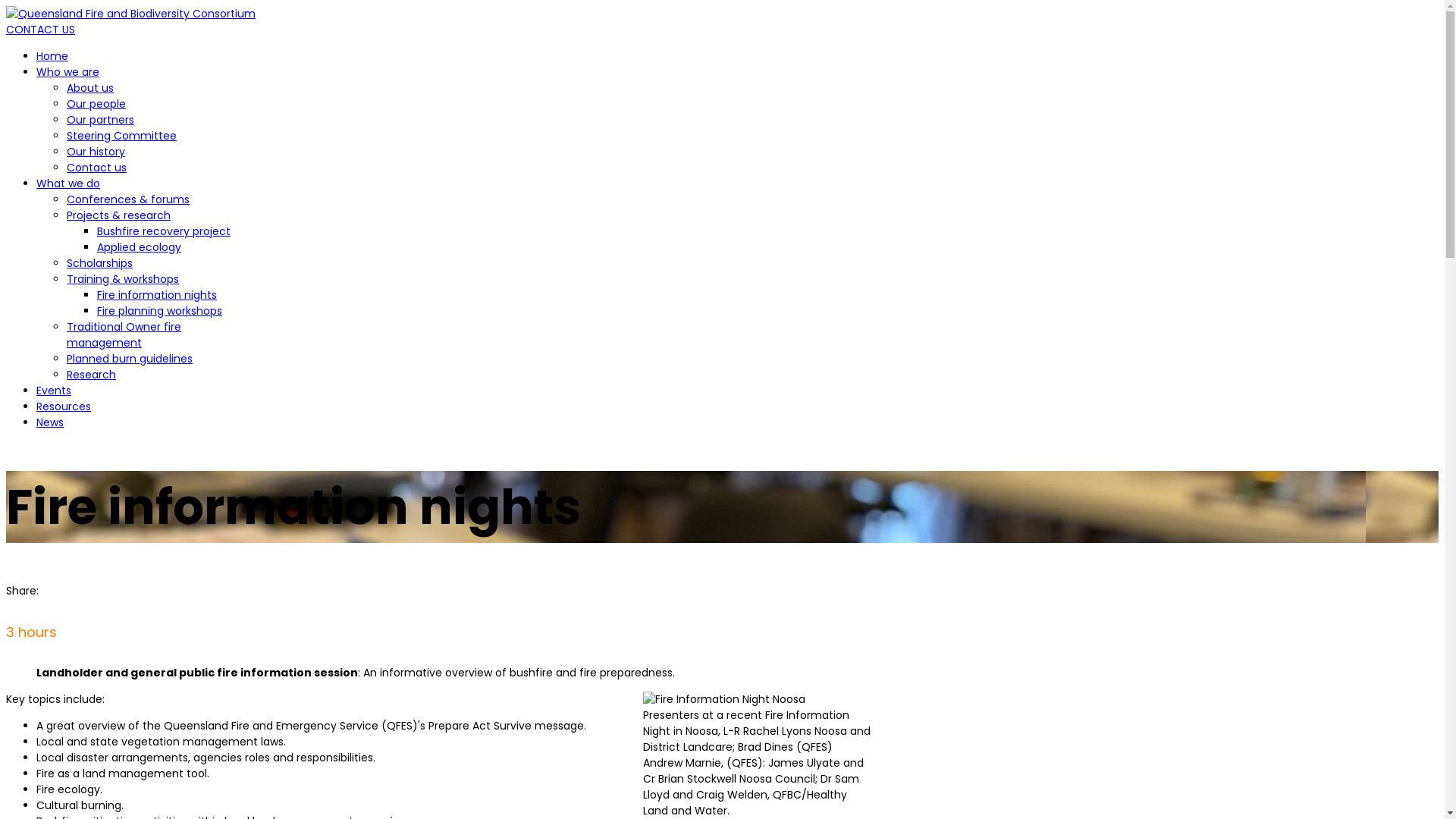 This screenshot has width=1456, height=819. I want to click on 'Our partners', so click(99, 119).